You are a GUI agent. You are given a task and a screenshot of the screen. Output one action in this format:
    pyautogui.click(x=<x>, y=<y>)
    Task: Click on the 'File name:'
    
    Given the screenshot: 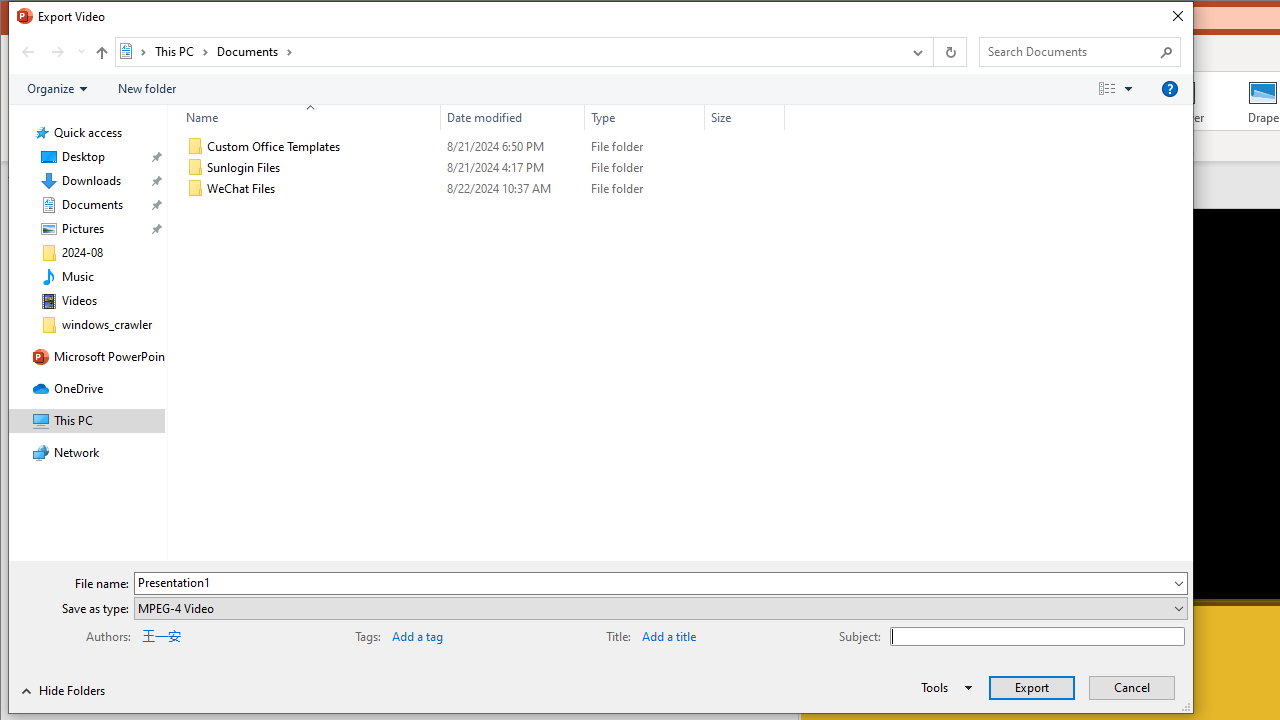 What is the action you would take?
    pyautogui.click(x=661, y=583)
    